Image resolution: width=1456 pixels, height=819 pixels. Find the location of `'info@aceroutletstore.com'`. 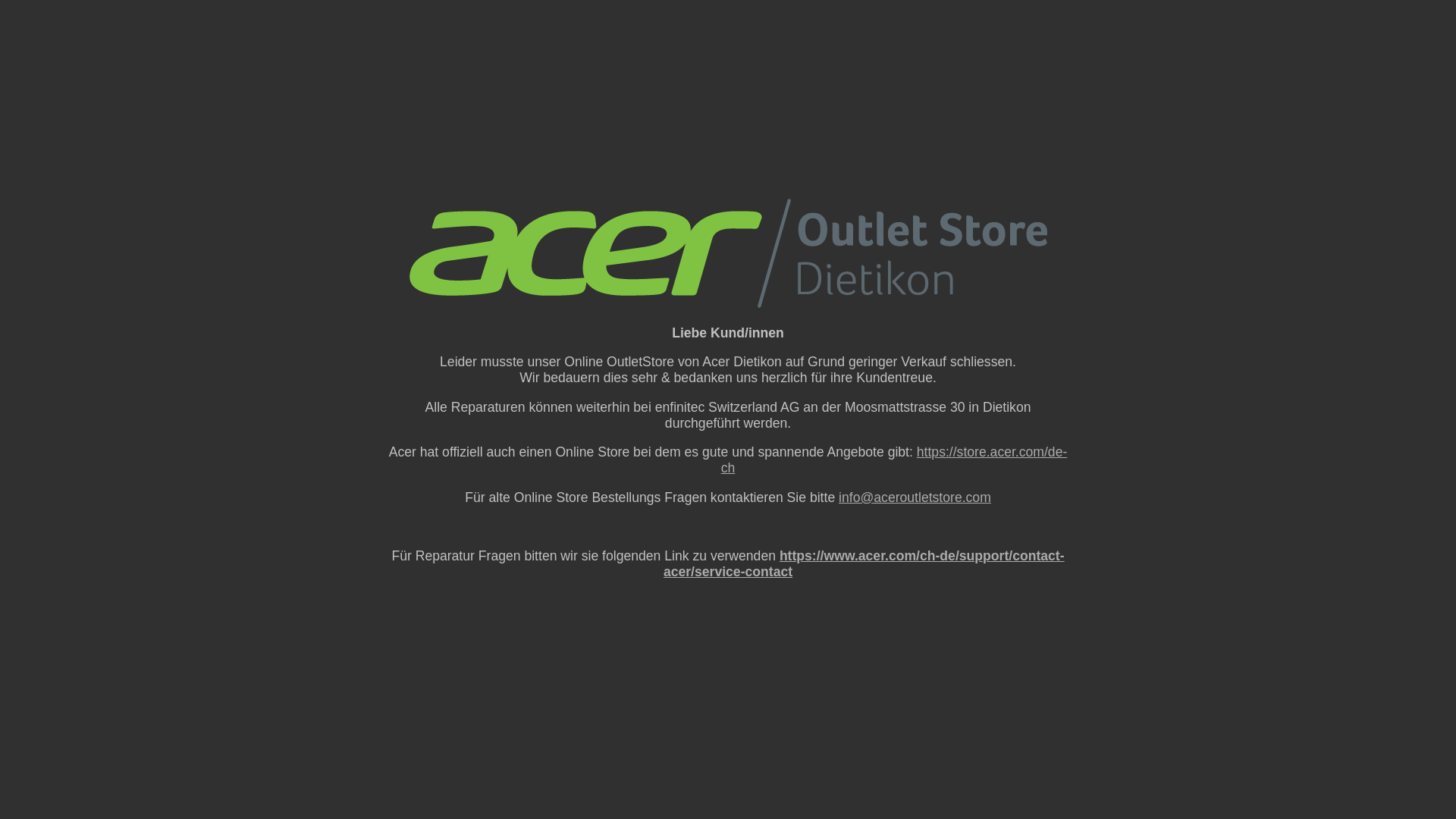

'info@aceroutletstore.com' is located at coordinates (914, 497).